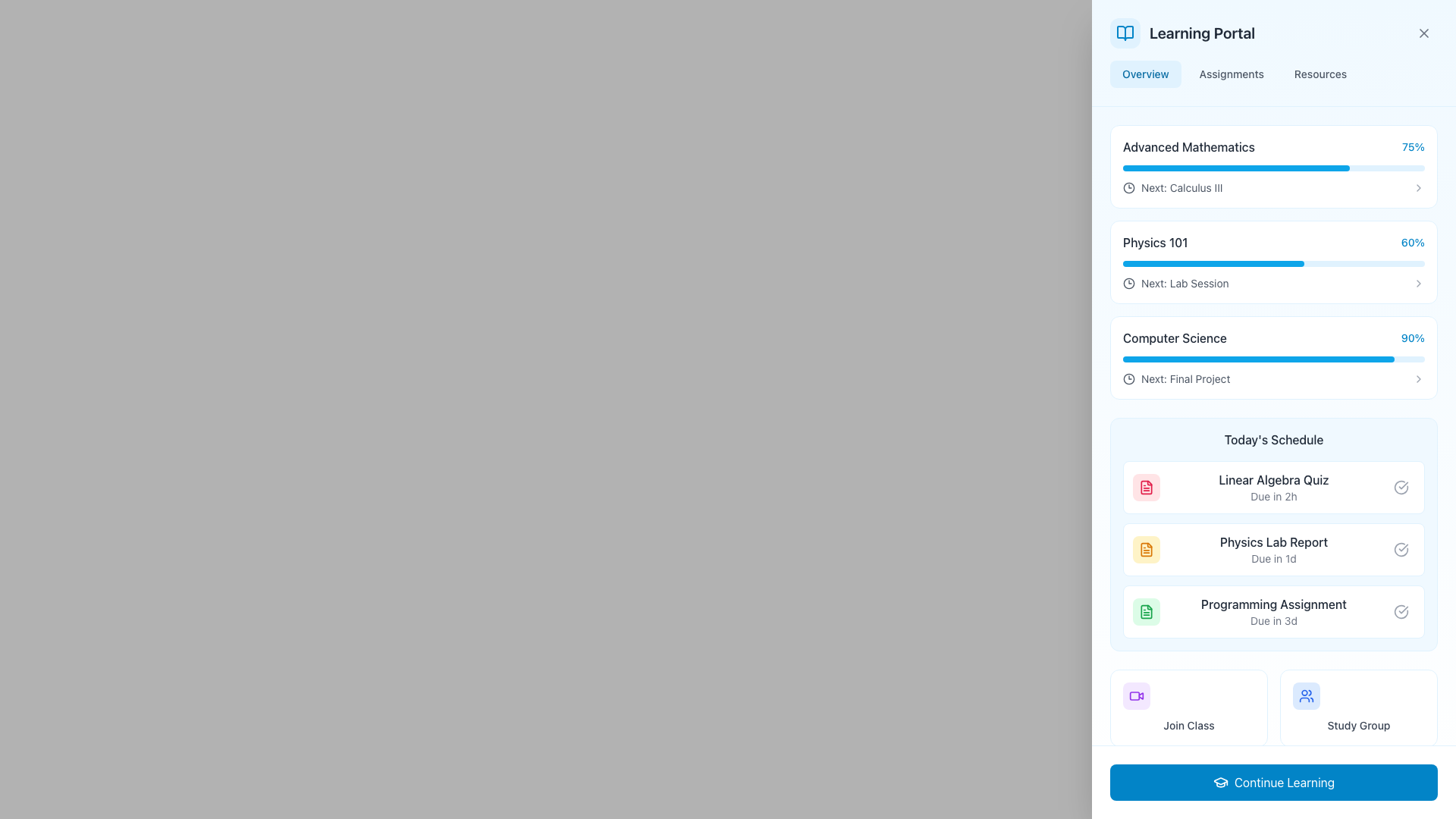  Describe the element at coordinates (1274, 610) in the screenshot. I see `the third card in 'Today’s Schedule' section, which is a white rectangular card with a light green border containing 'Programming Assignment' and a checkmark icon` at that location.